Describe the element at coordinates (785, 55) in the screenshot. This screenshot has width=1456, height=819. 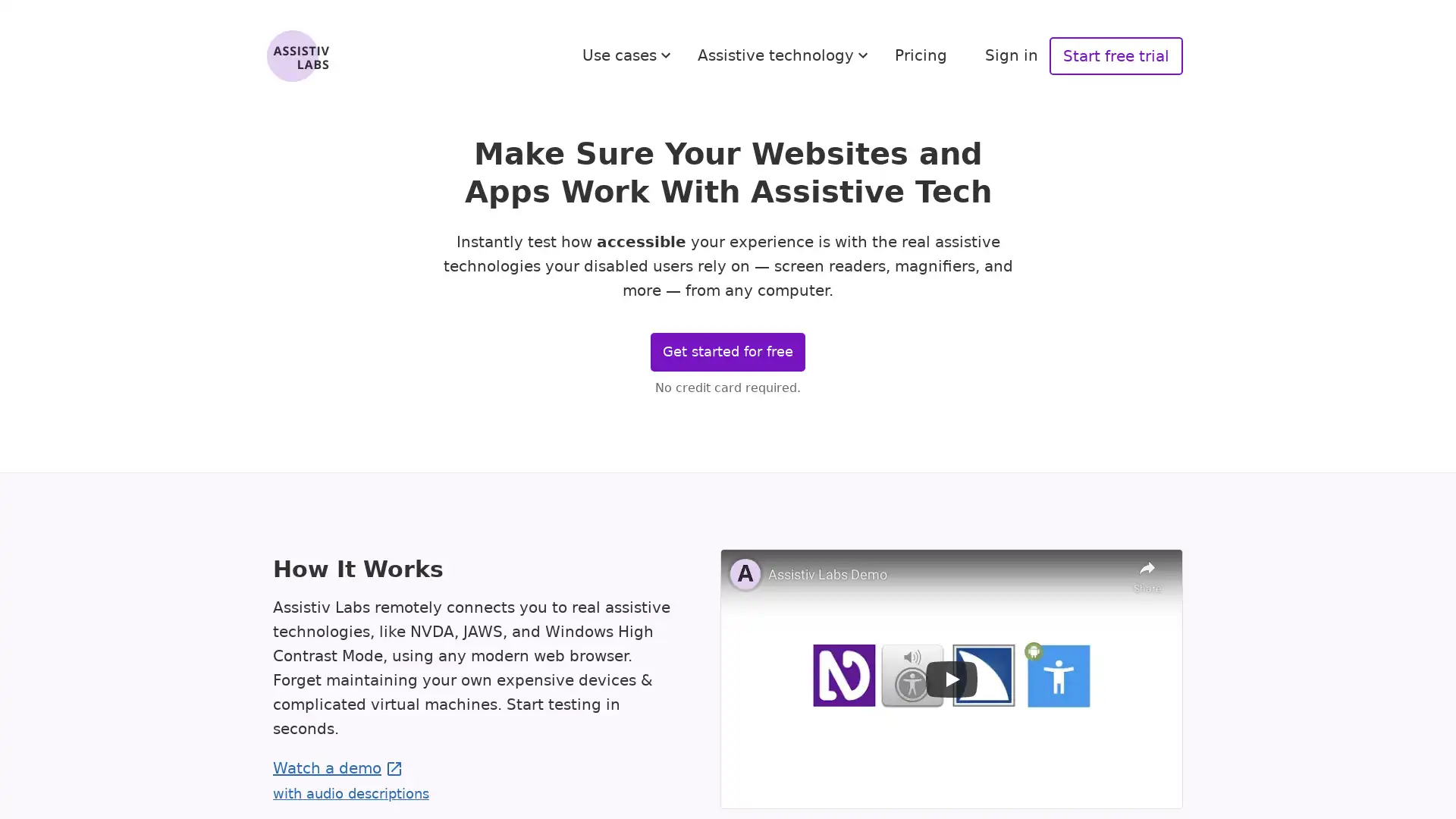
I see `Assistive technology` at that location.